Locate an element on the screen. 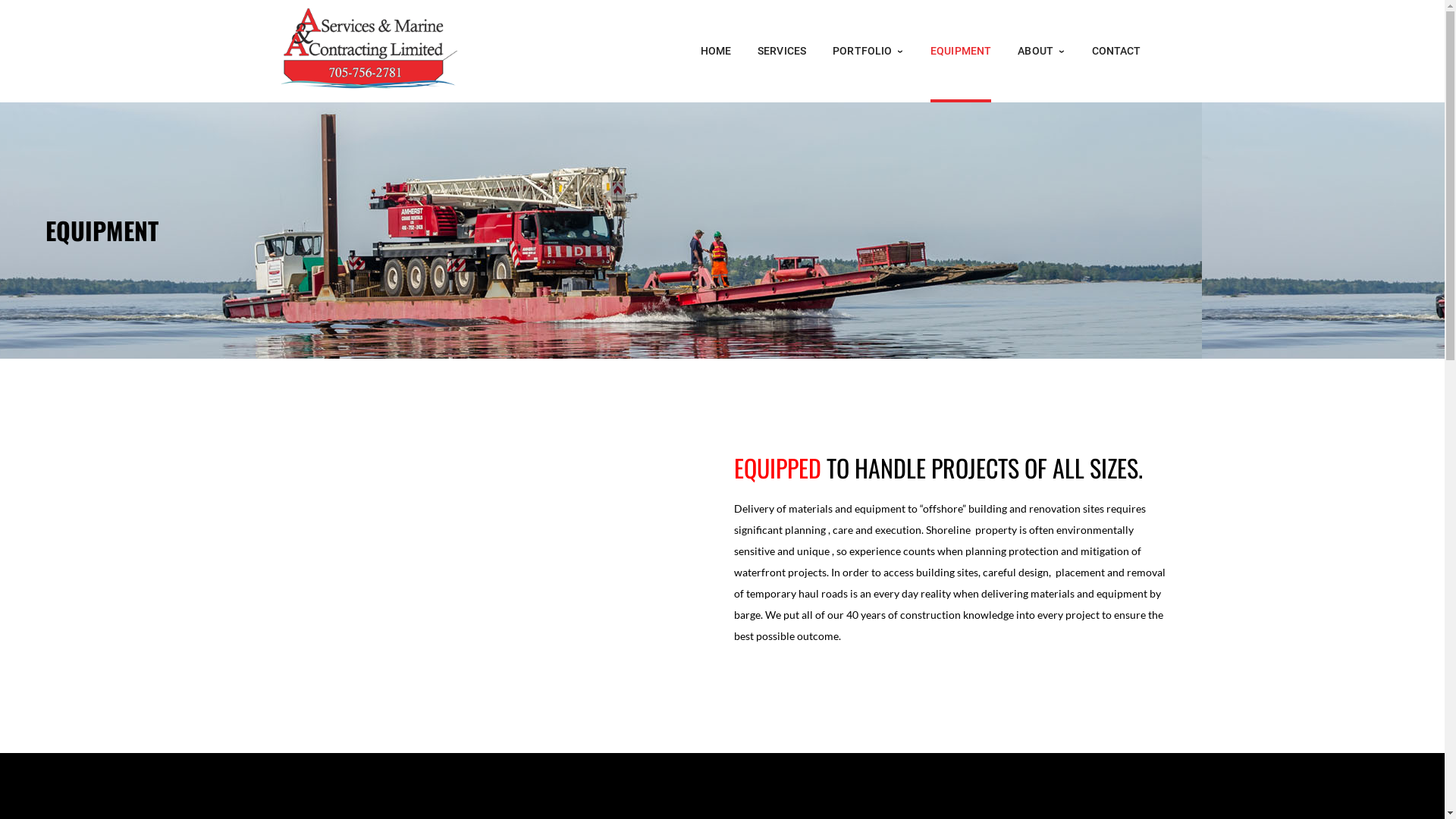 This screenshot has width=1456, height=819. 'HOME' is located at coordinates (715, 50).